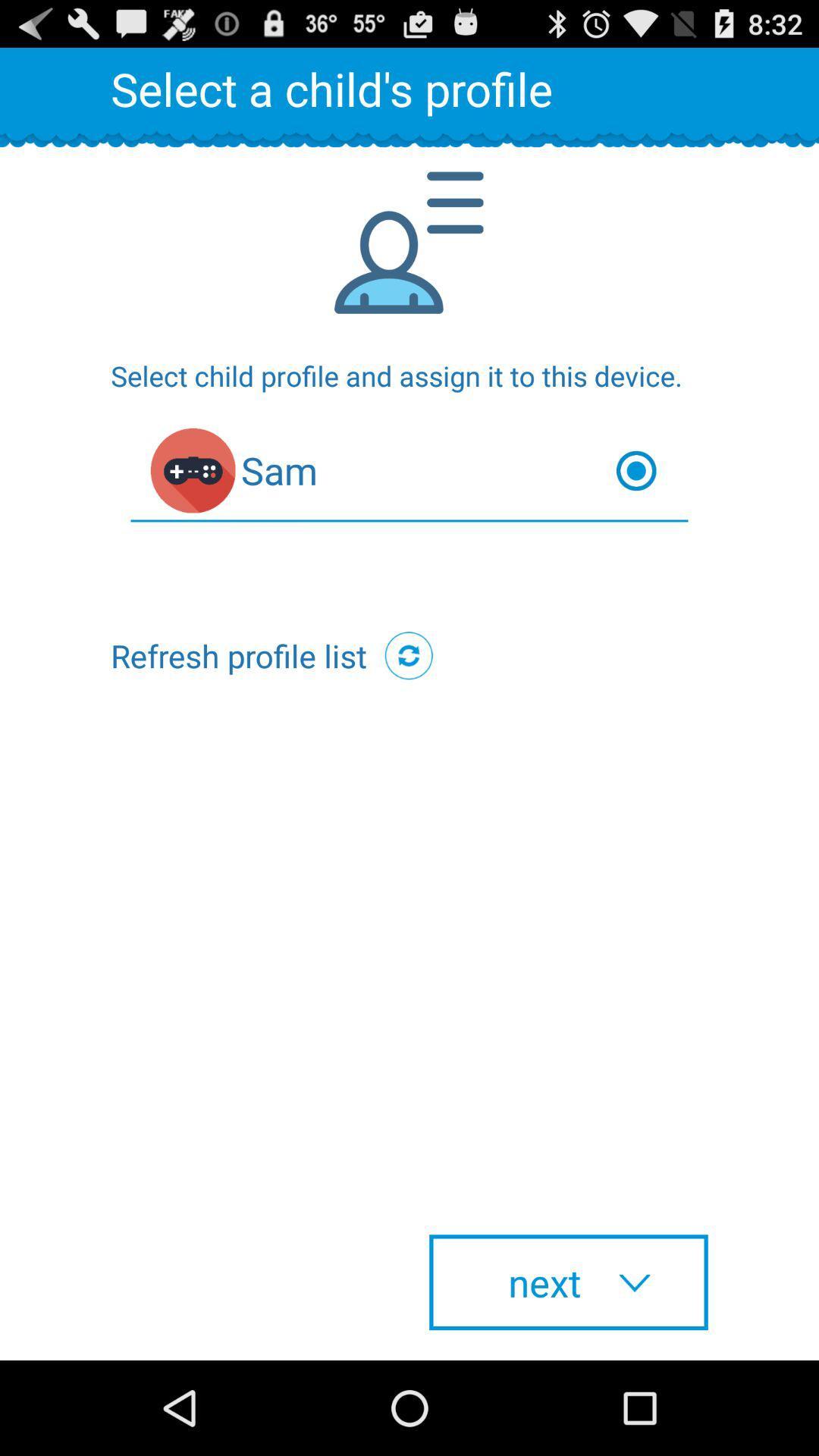  I want to click on the refresh icon, so click(408, 701).